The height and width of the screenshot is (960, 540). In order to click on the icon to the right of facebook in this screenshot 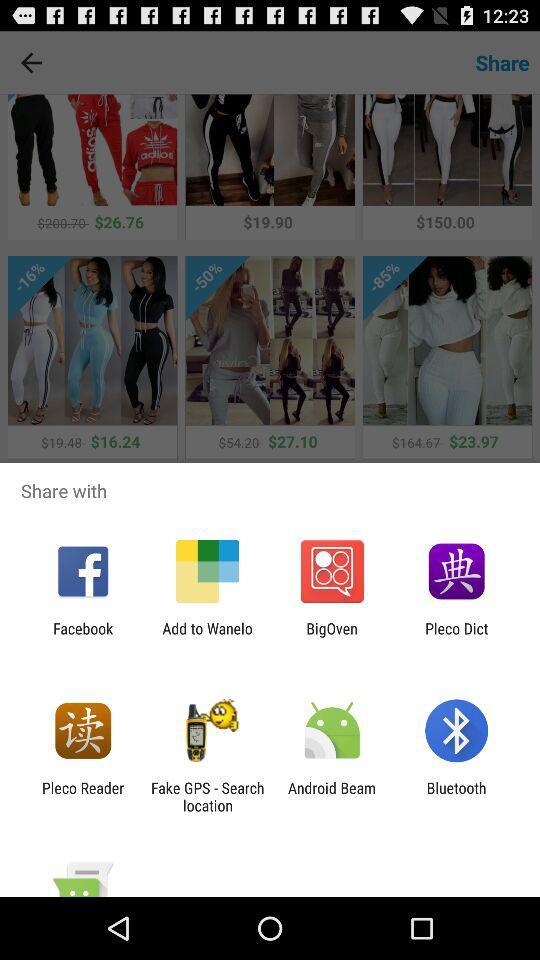, I will do `click(206, 636)`.